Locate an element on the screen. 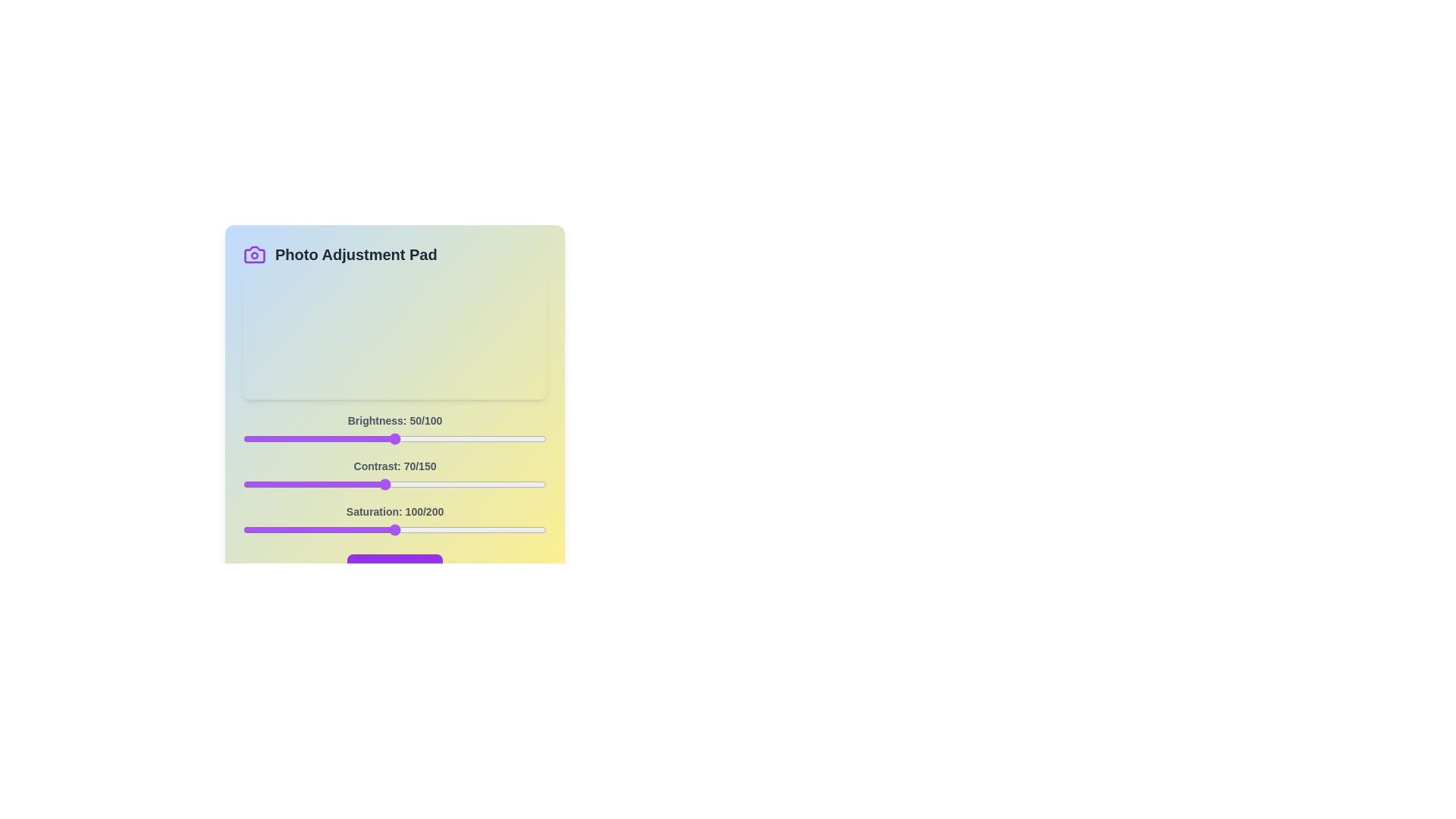 The image size is (1456, 819). the 0 slider to 16 is located at coordinates (291, 438).